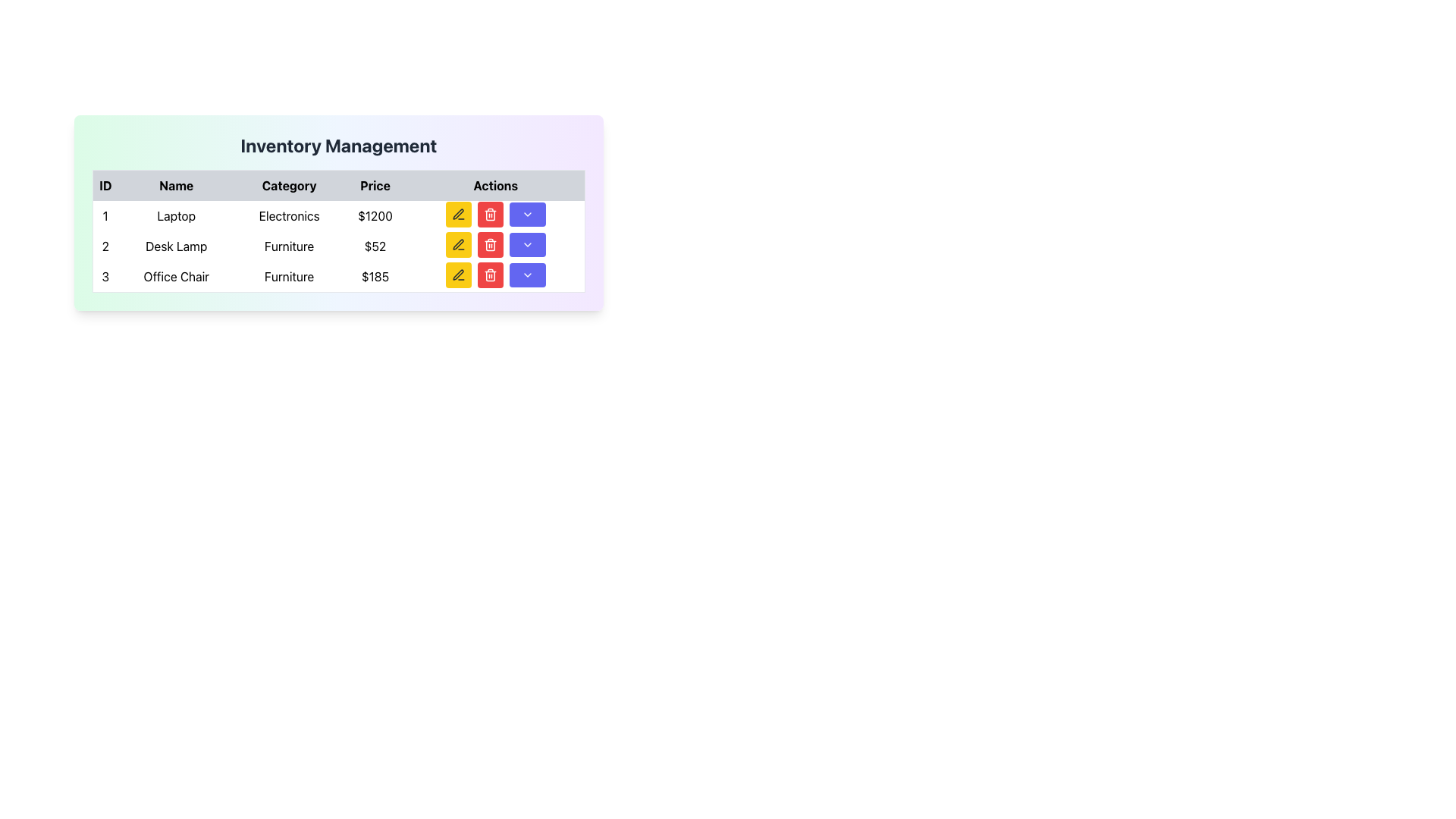 This screenshot has height=819, width=1456. I want to click on the edit action button in the third row of the table's 'Actions' column, so click(457, 275).